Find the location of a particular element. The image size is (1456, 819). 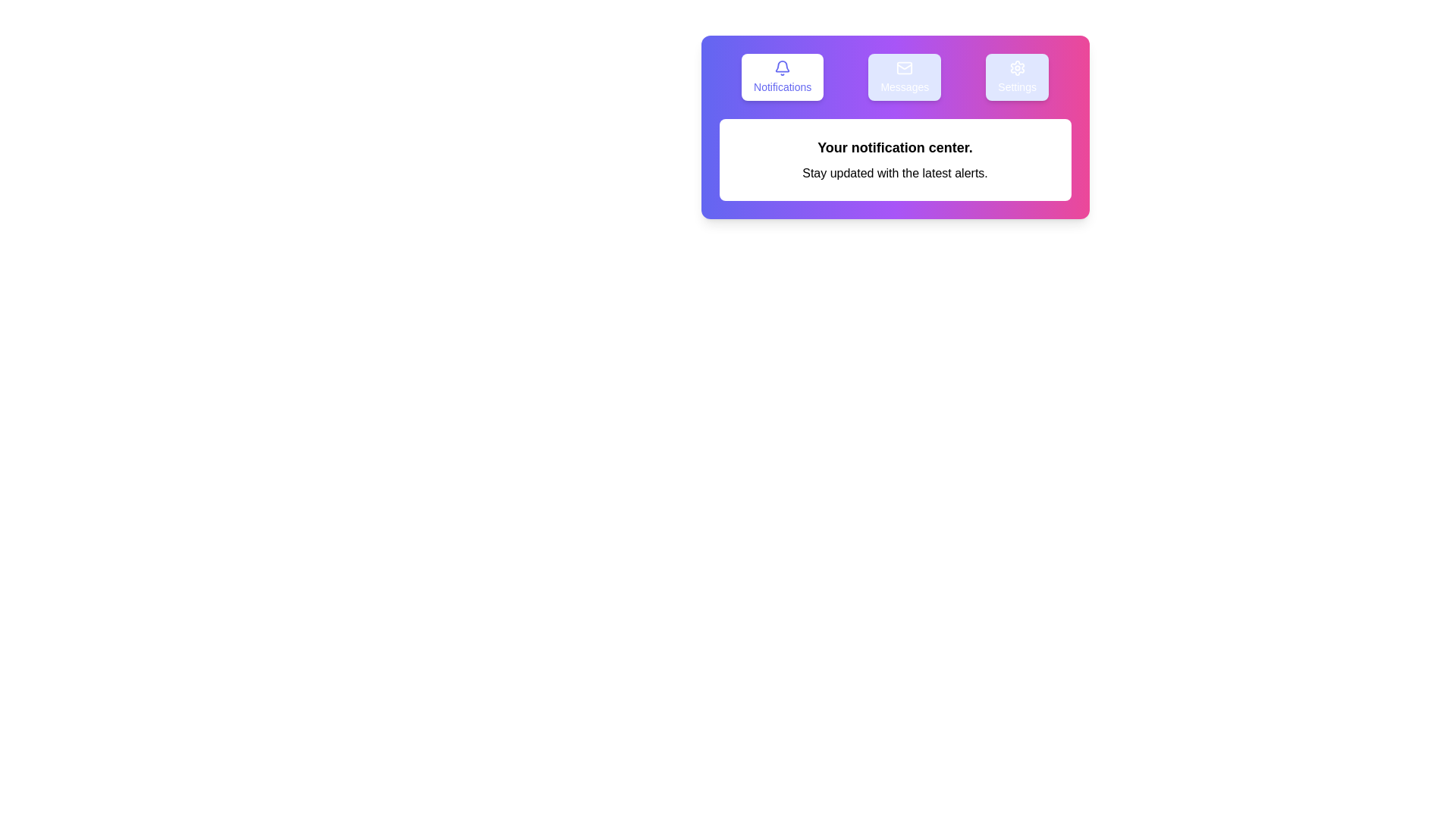

the 'Notifications' icon located in the notification section of the user interface, positioned above the text 'Notifications' is located at coordinates (783, 65).